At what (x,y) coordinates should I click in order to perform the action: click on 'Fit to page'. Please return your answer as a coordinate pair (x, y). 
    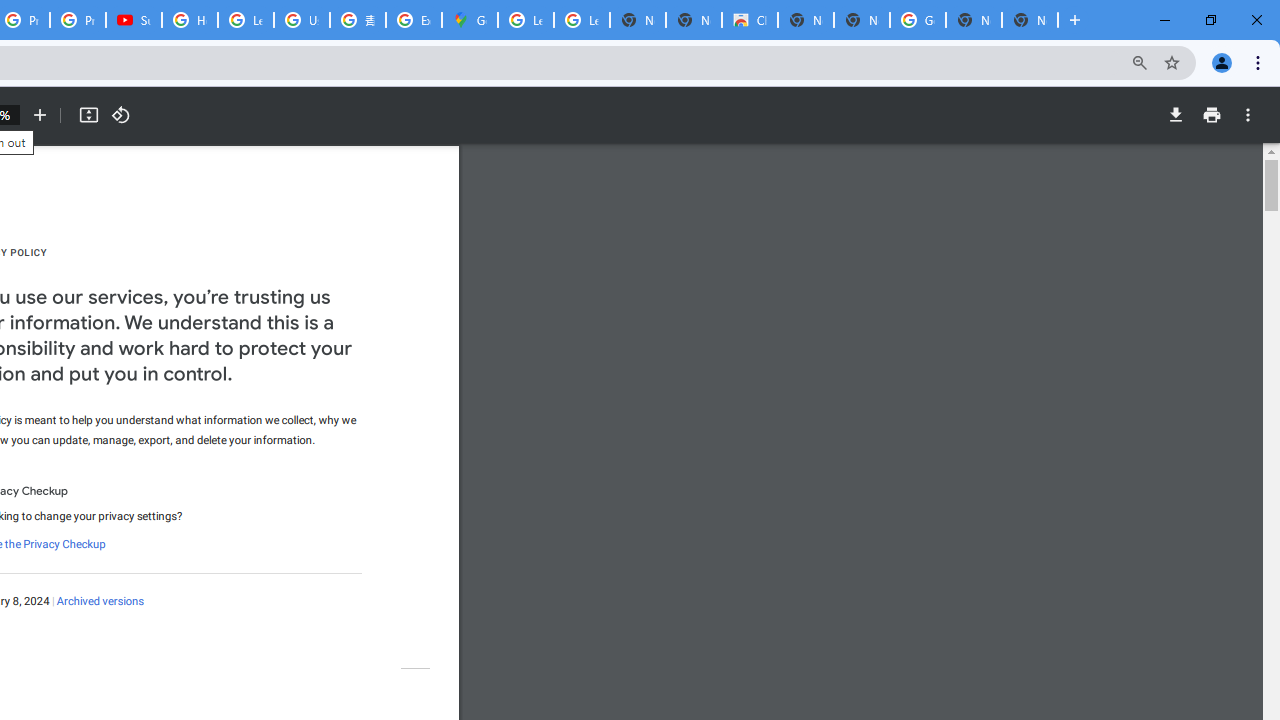
    Looking at the image, I should click on (87, 115).